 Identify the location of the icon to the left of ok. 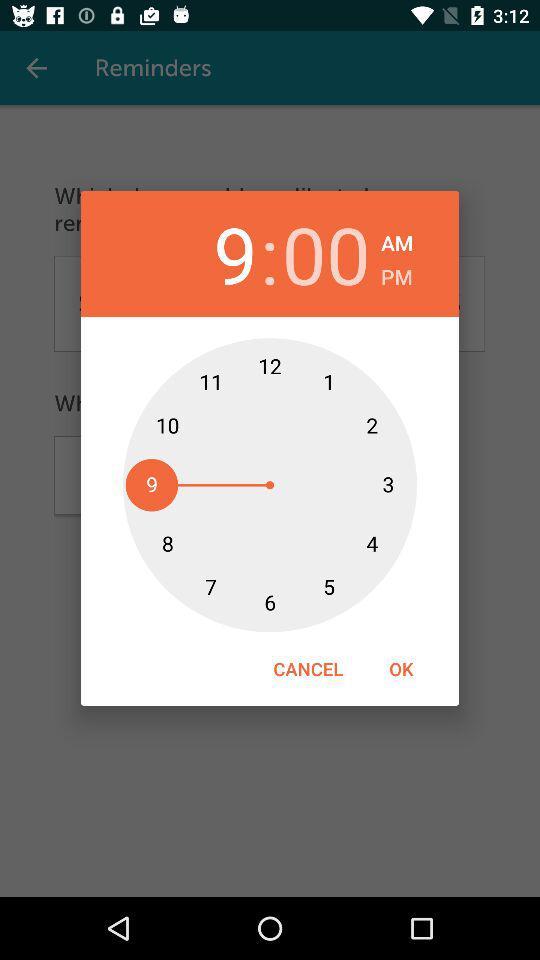
(308, 669).